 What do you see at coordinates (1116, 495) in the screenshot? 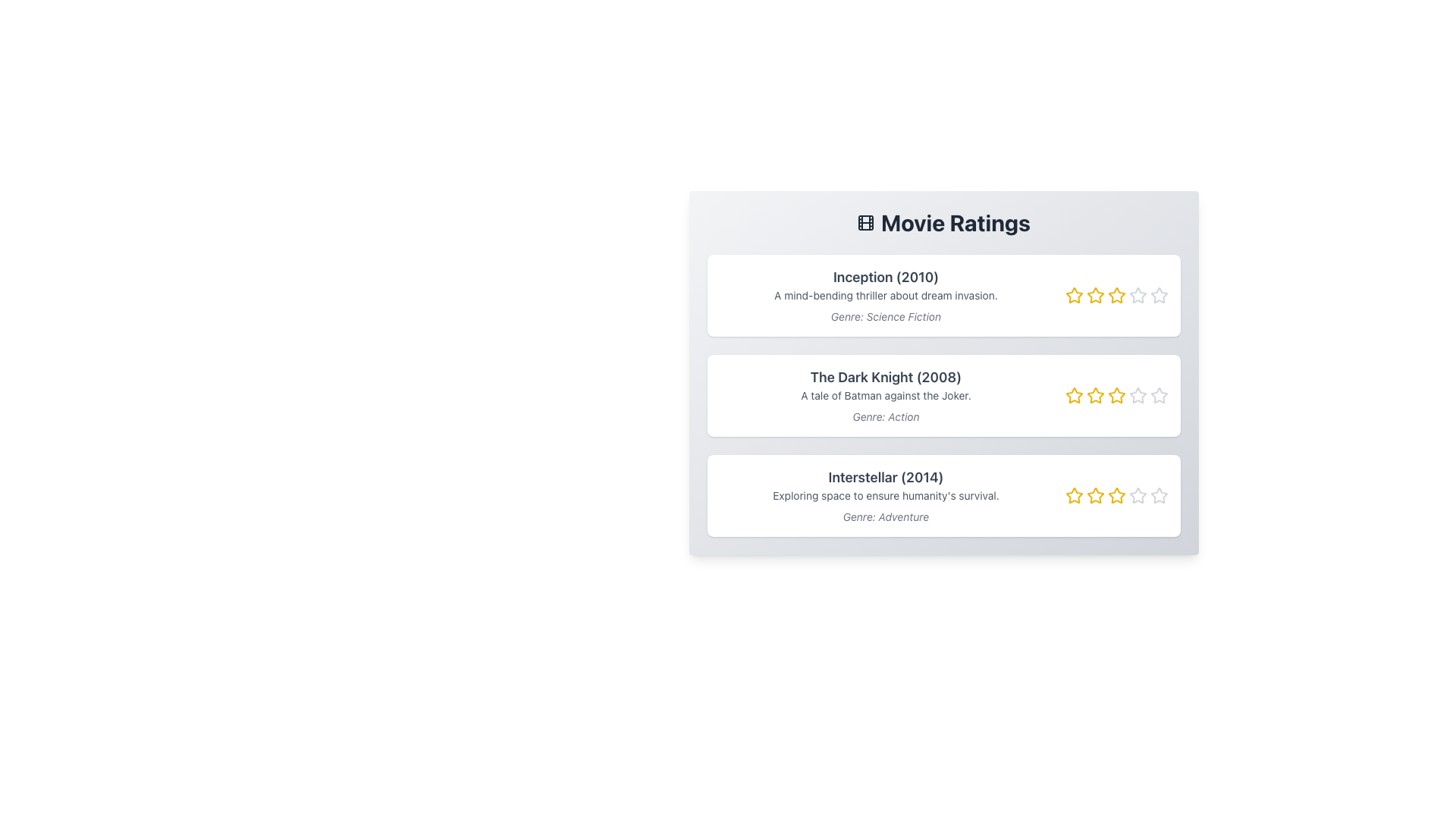
I see `the third yellow star rating icon for the movie 'Interstellar (2014)' to enable accessibility navigation` at bounding box center [1116, 495].